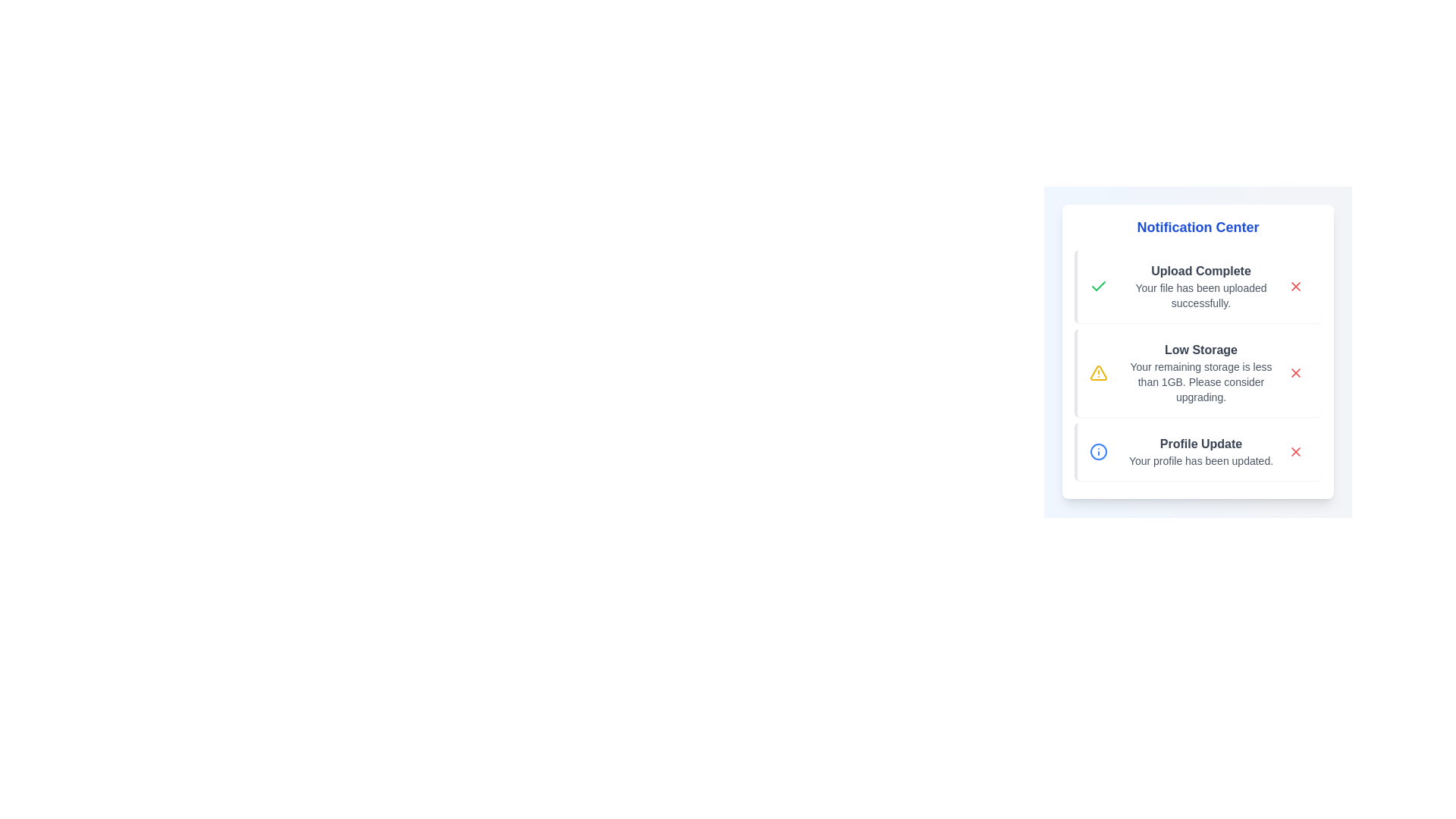  What do you see at coordinates (1294, 451) in the screenshot?
I see `the red 'X' icon button located next to the notification text in the 'Profile Update' section` at bounding box center [1294, 451].